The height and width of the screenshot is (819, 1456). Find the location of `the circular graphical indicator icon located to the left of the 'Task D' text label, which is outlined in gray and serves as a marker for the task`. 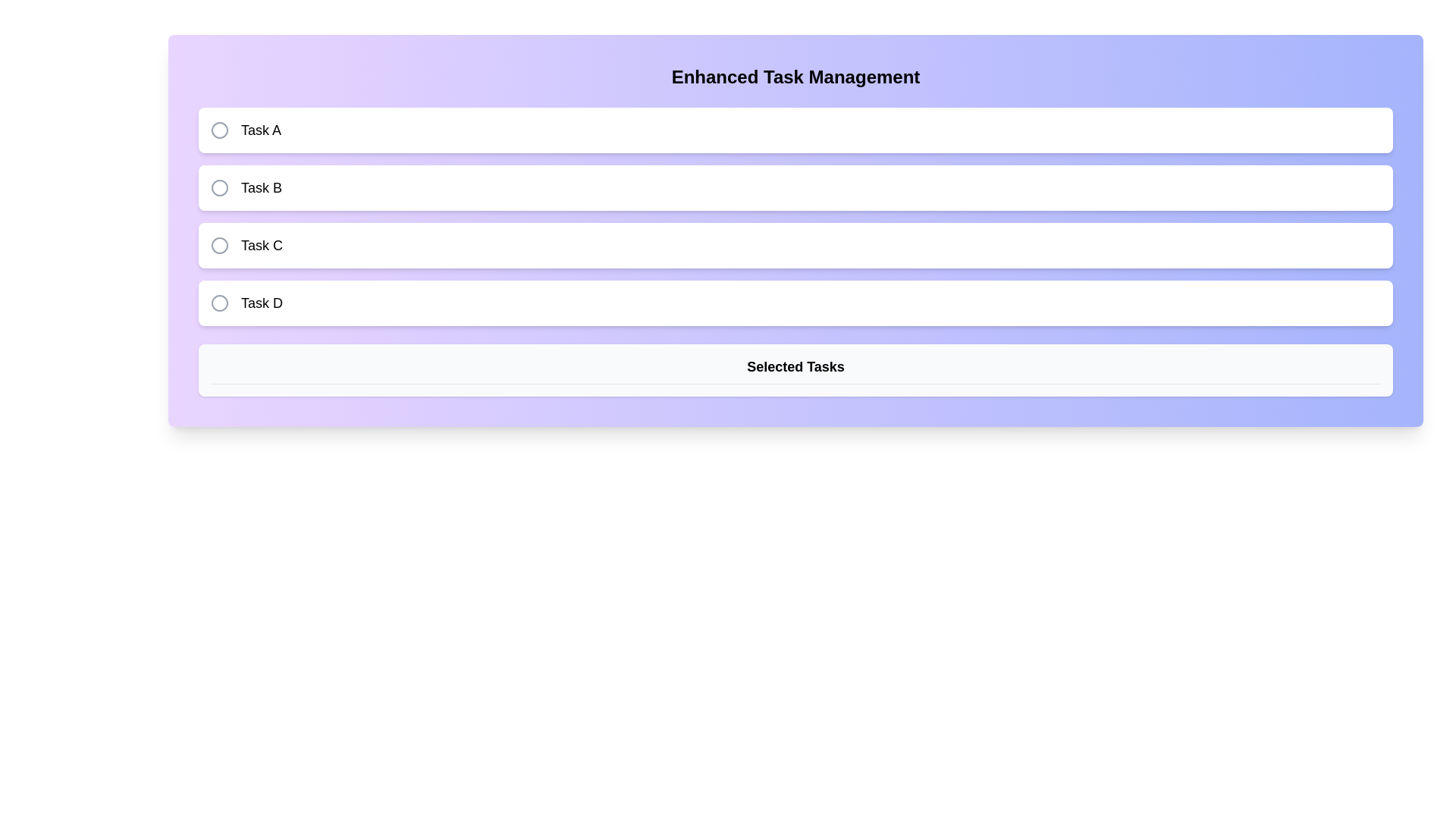

the circular graphical indicator icon located to the left of the 'Task D' text label, which is outlined in gray and serves as a marker for the task is located at coordinates (218, 303).